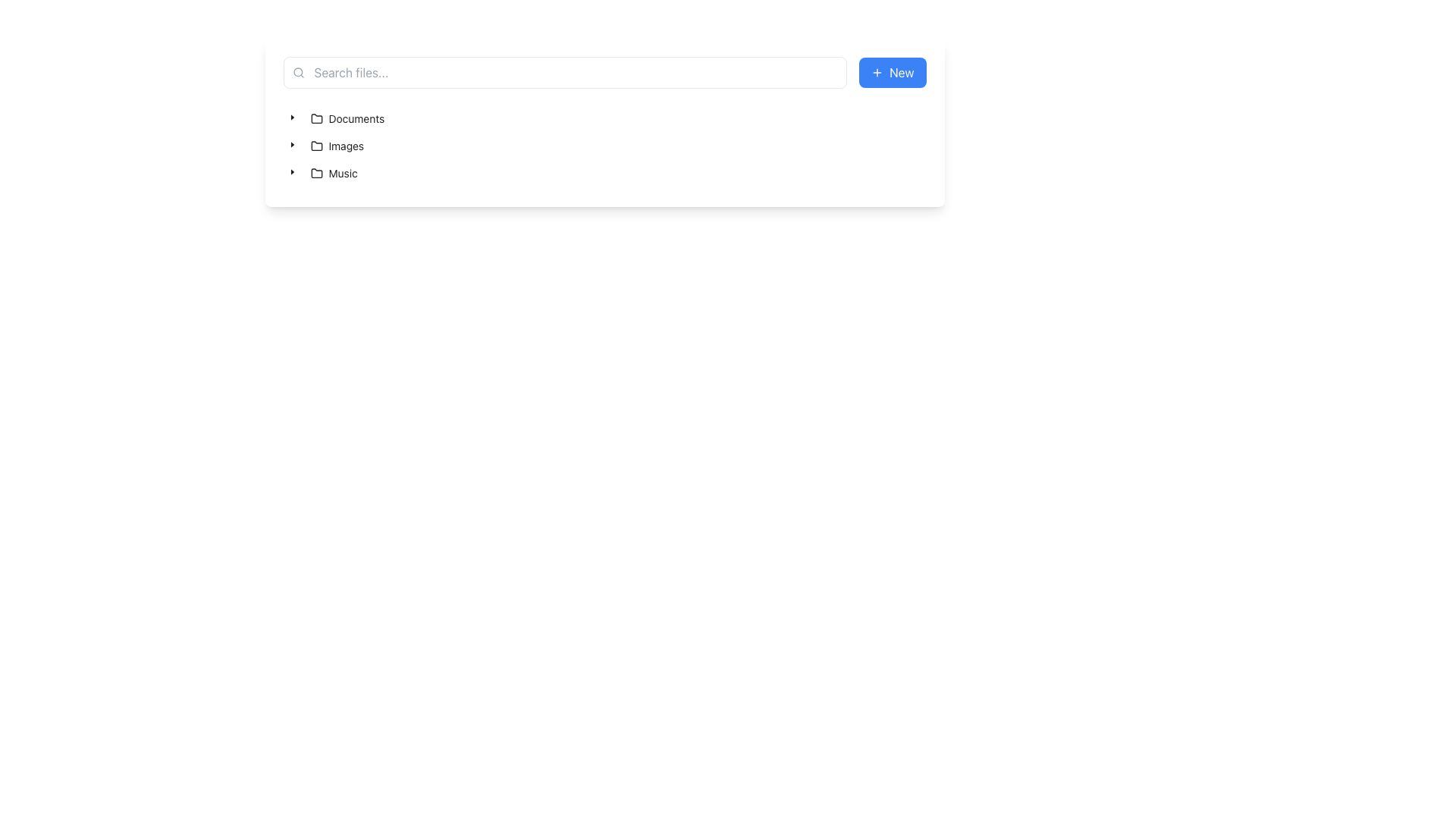  Describe the element at coordinates (325, 146) in the screenshot. I see `the folder icon of the 'Images' tree node` at that location.